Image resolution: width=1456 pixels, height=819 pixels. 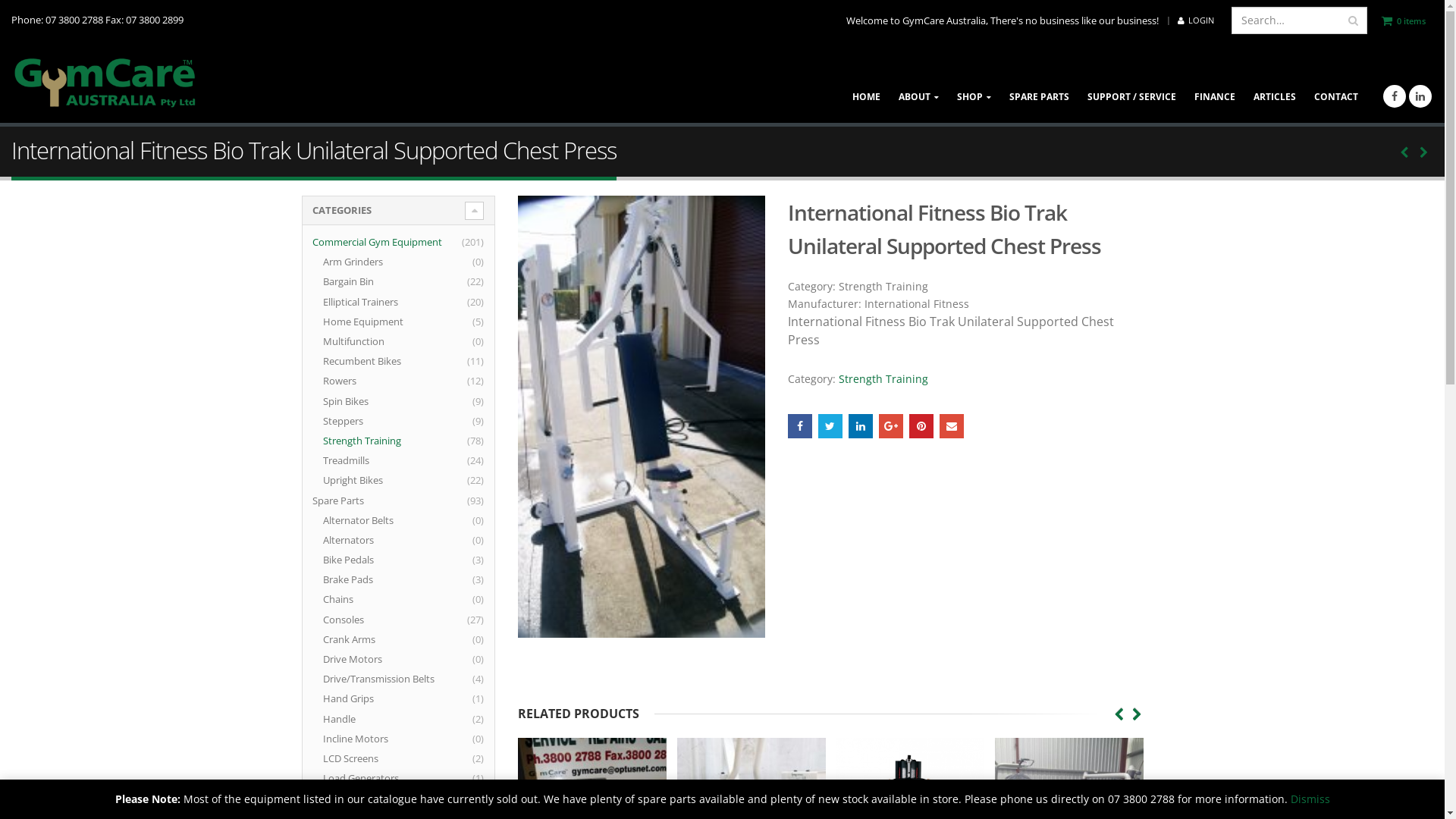 What do you see at coordinates (312, 241) in the screenshot?
I see `'Commercial Gym Equipment'` at bounding box center [312, 241].